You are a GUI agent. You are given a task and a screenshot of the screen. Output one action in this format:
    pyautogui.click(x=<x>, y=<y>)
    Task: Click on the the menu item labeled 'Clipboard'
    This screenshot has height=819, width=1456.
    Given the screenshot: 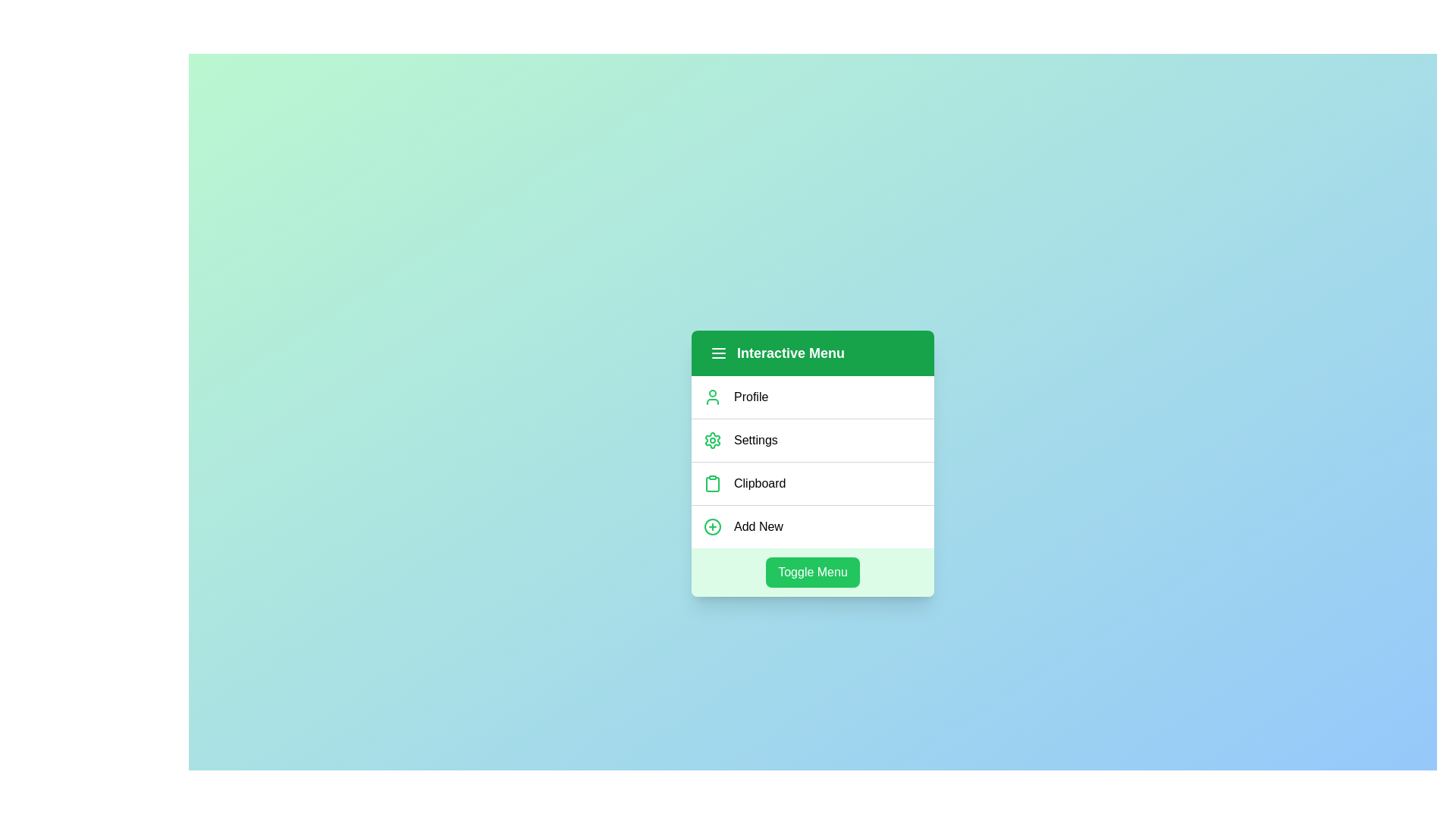 What is the action you would take?
    pyautogui.click(x=811, y=482)
    